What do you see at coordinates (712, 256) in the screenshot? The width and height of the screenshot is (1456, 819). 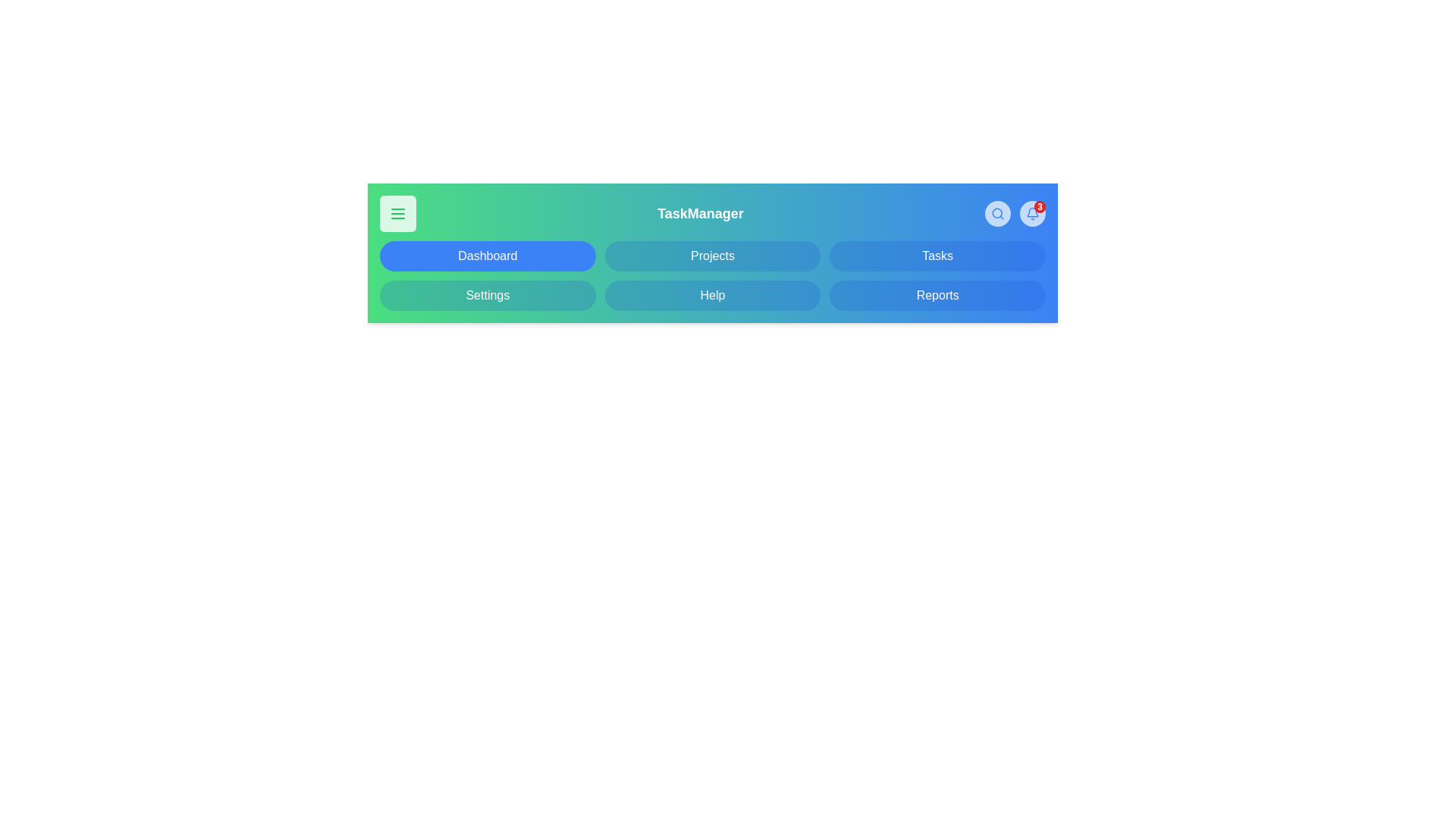 I see `the Projects tab to navigate to it` at bounding box center [712, 256].